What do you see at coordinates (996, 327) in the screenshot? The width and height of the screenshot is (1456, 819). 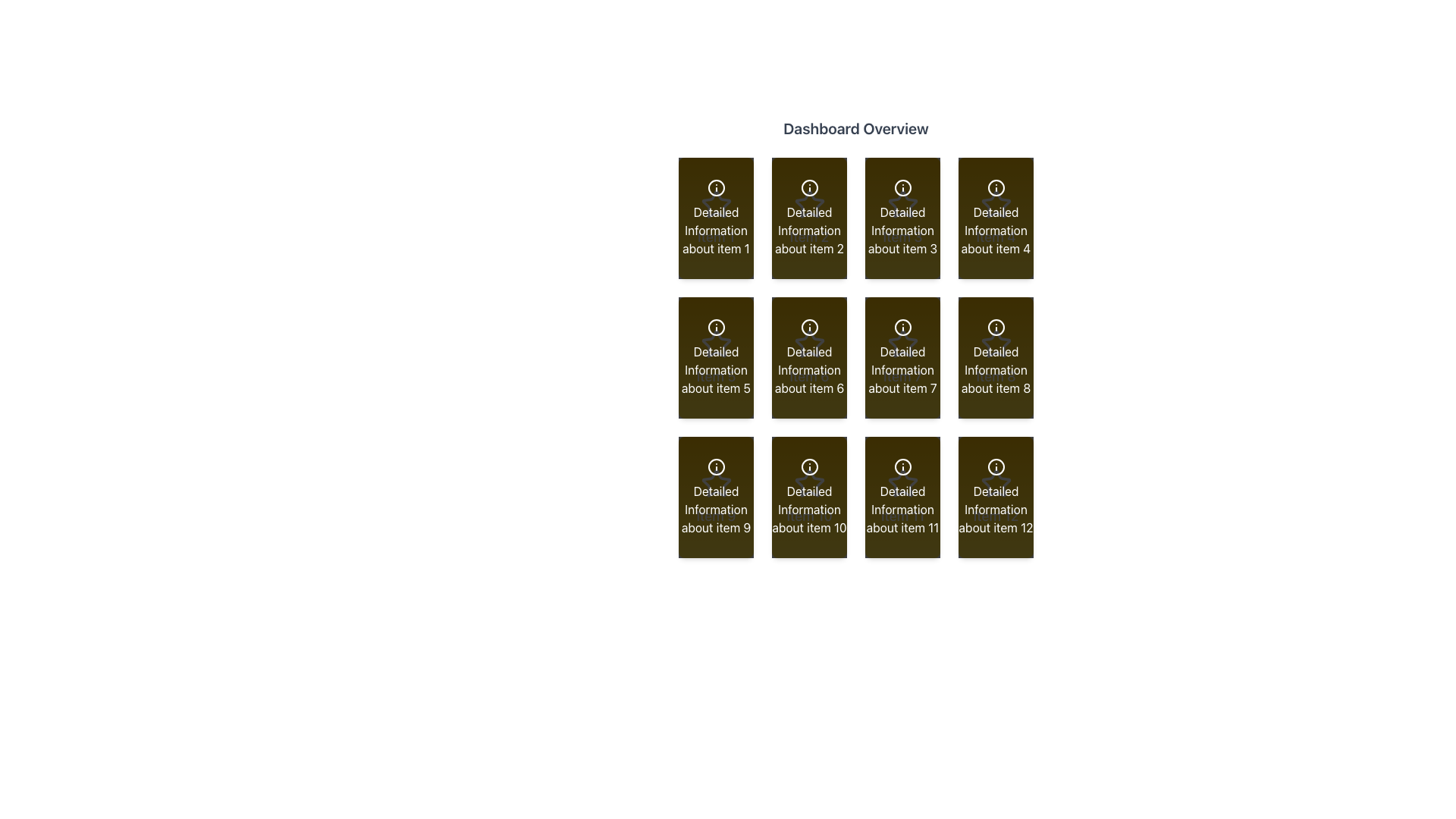 I see `the circular boundary of the information icon representing detailed information about 'item 8'` at bounding box center [996, 327].